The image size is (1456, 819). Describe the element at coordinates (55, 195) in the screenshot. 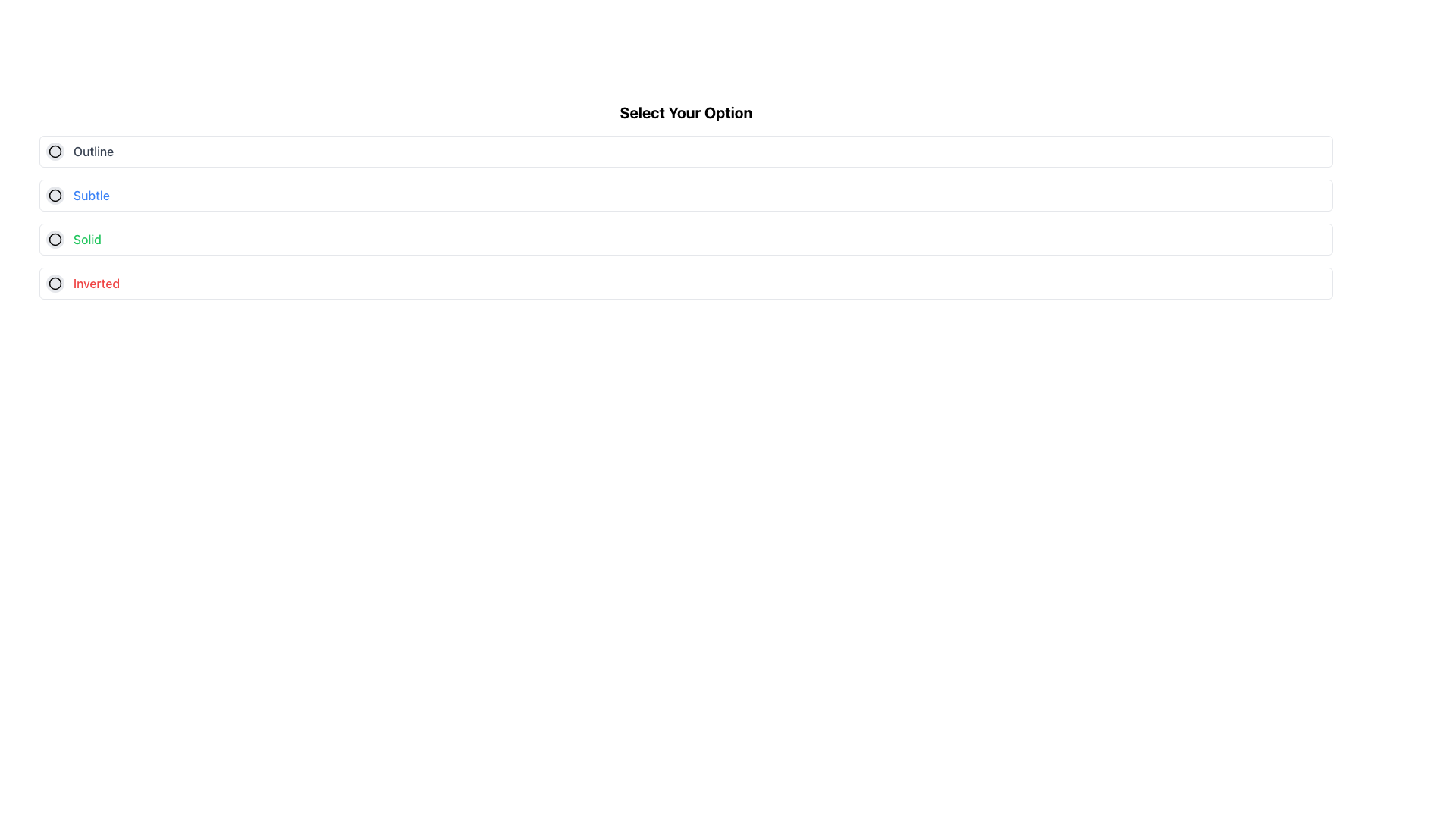

I see `the first radio button for the 'Subtle' option` at that location.